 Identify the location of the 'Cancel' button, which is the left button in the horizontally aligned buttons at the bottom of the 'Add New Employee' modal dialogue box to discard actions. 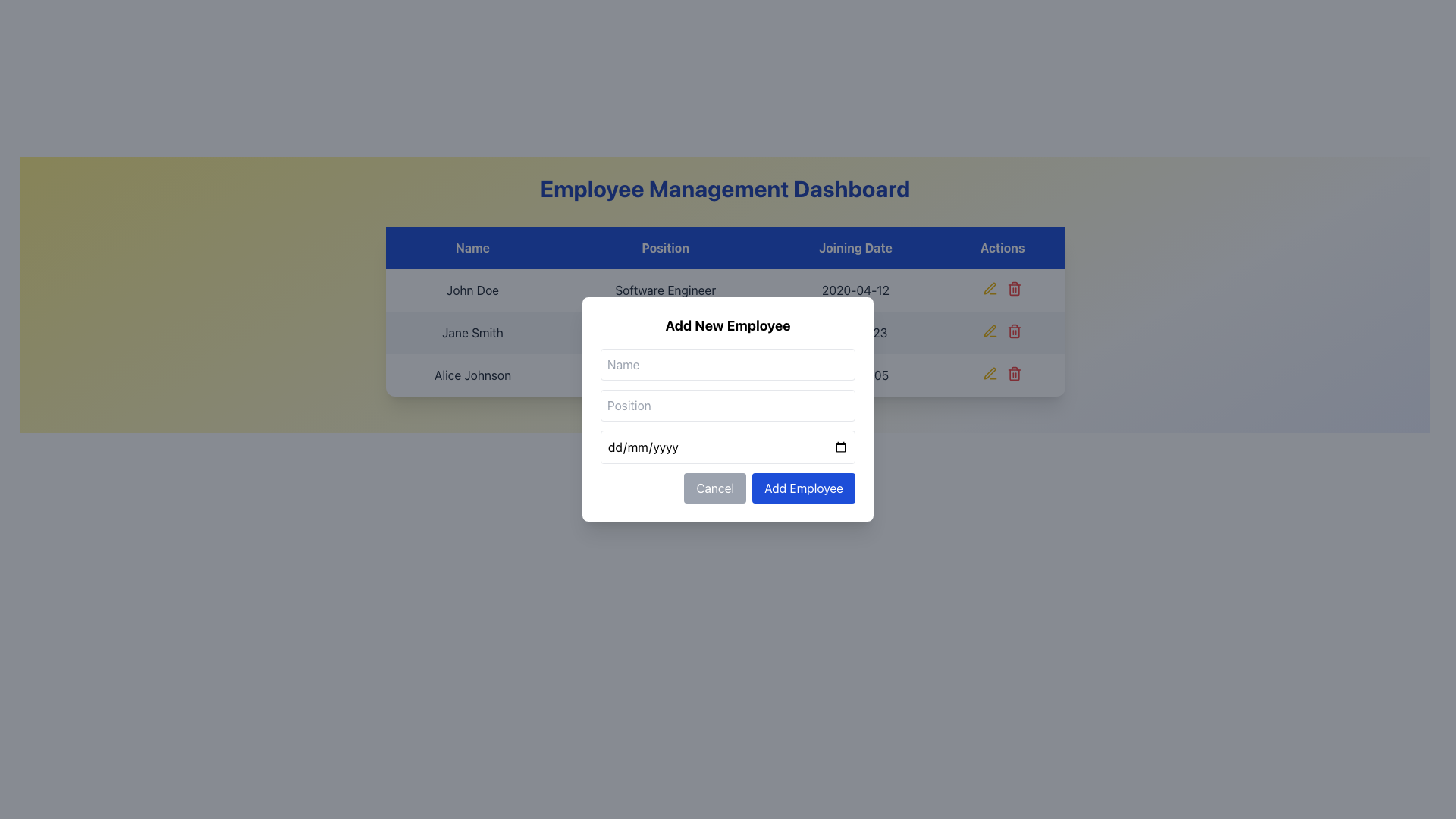
(728, 488).